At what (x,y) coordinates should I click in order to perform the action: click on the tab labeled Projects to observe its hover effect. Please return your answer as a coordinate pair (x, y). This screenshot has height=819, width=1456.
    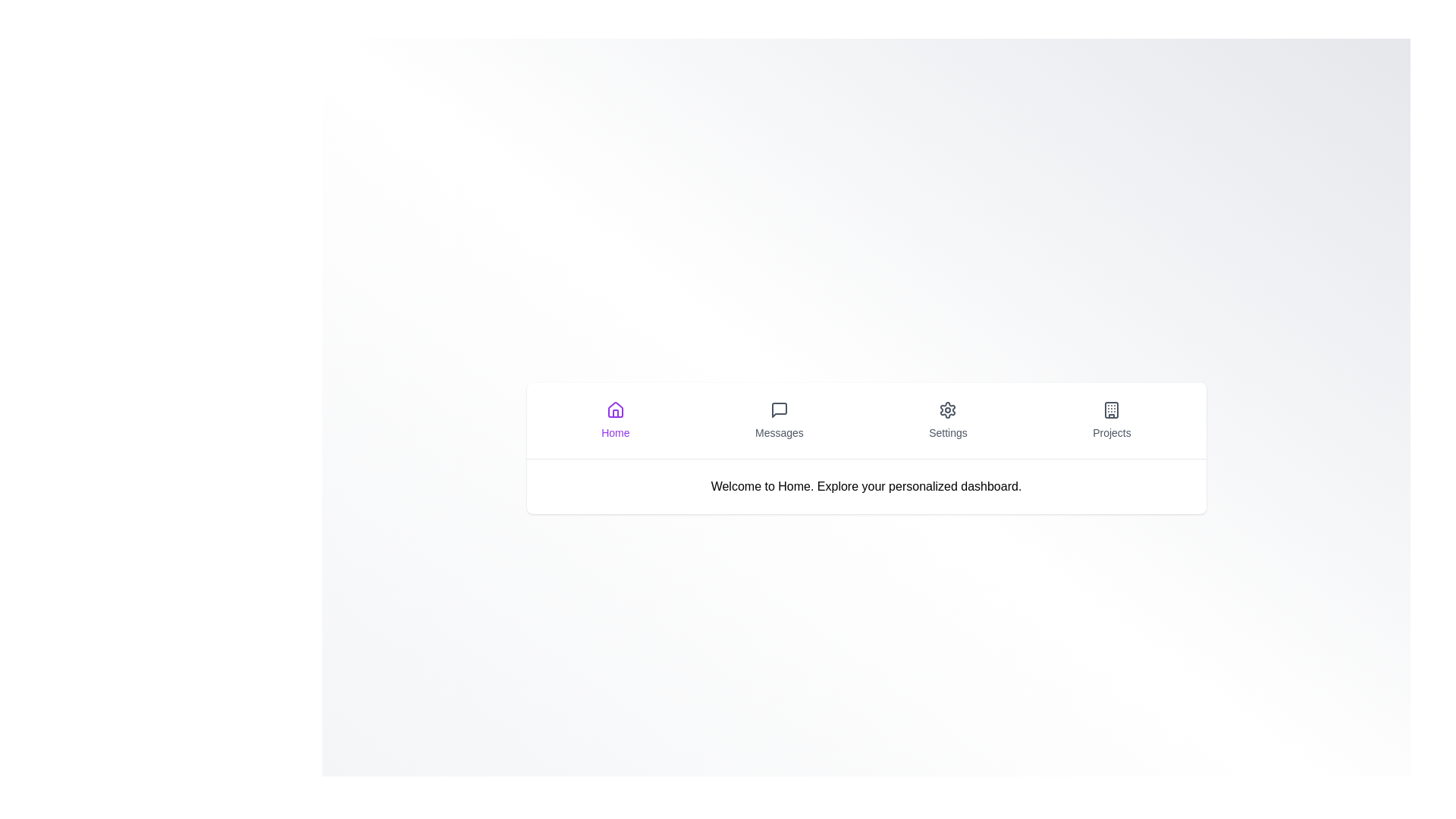
    Looking at the image, I should click on (1112, 420).